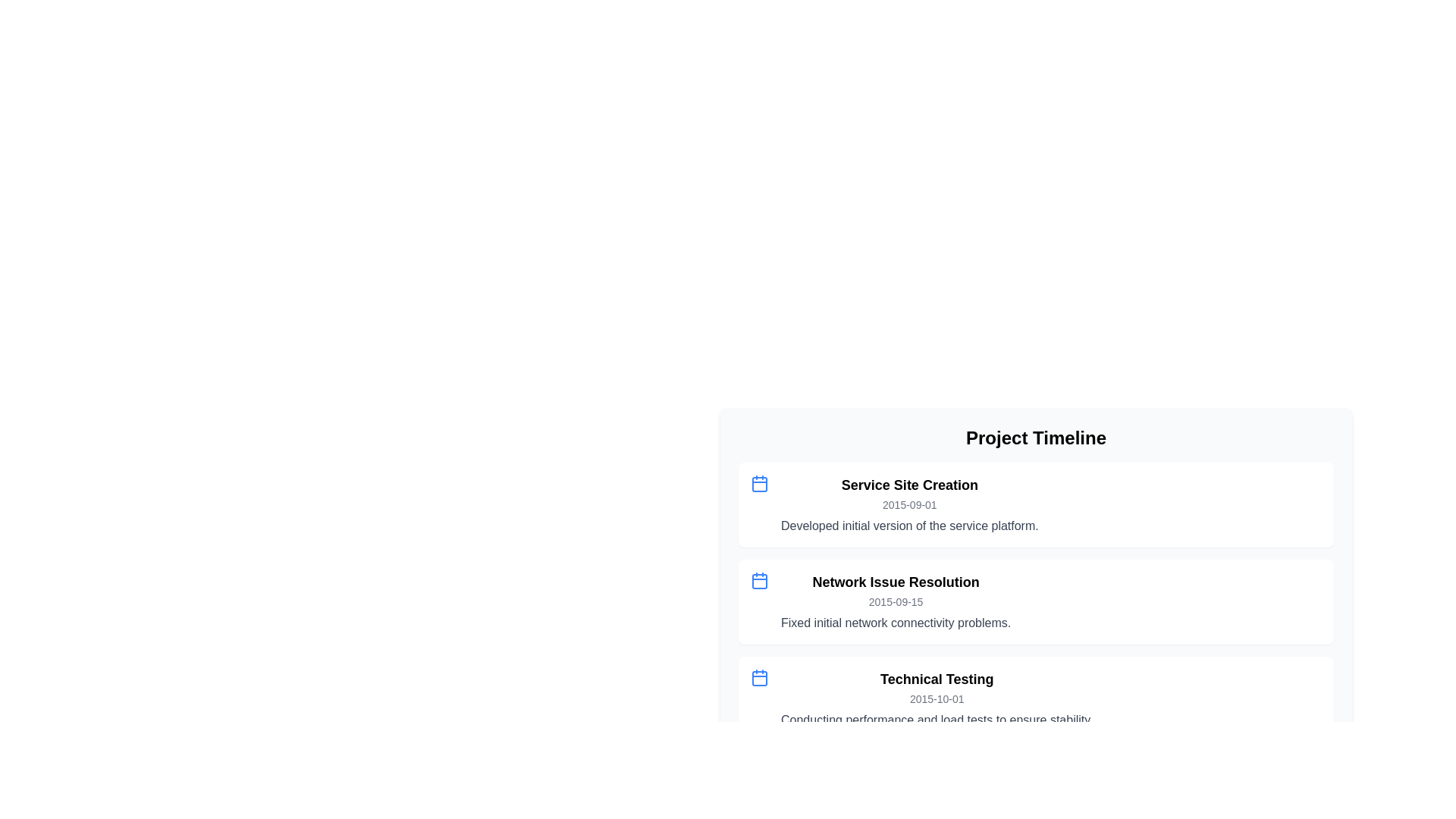  Describe the element at coordinates (909, 526) in the screenshot. I see `the text element that reads 'Developed initial version of the service platform.' located beneath the heading 'Service Site Creation' in the 'Project Timeline' section` at that location.